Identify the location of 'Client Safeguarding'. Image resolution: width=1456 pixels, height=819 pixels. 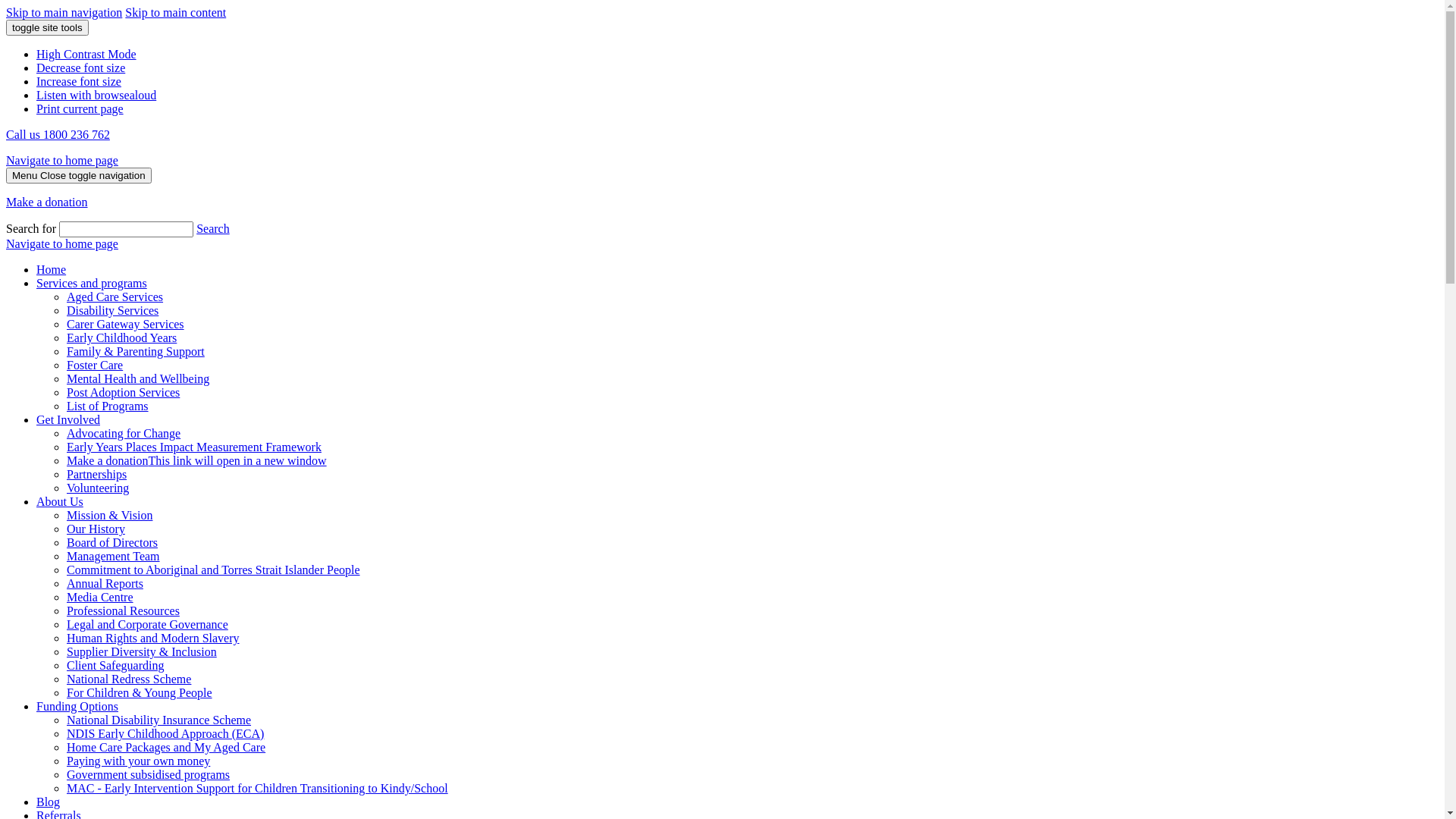
(115, 664).